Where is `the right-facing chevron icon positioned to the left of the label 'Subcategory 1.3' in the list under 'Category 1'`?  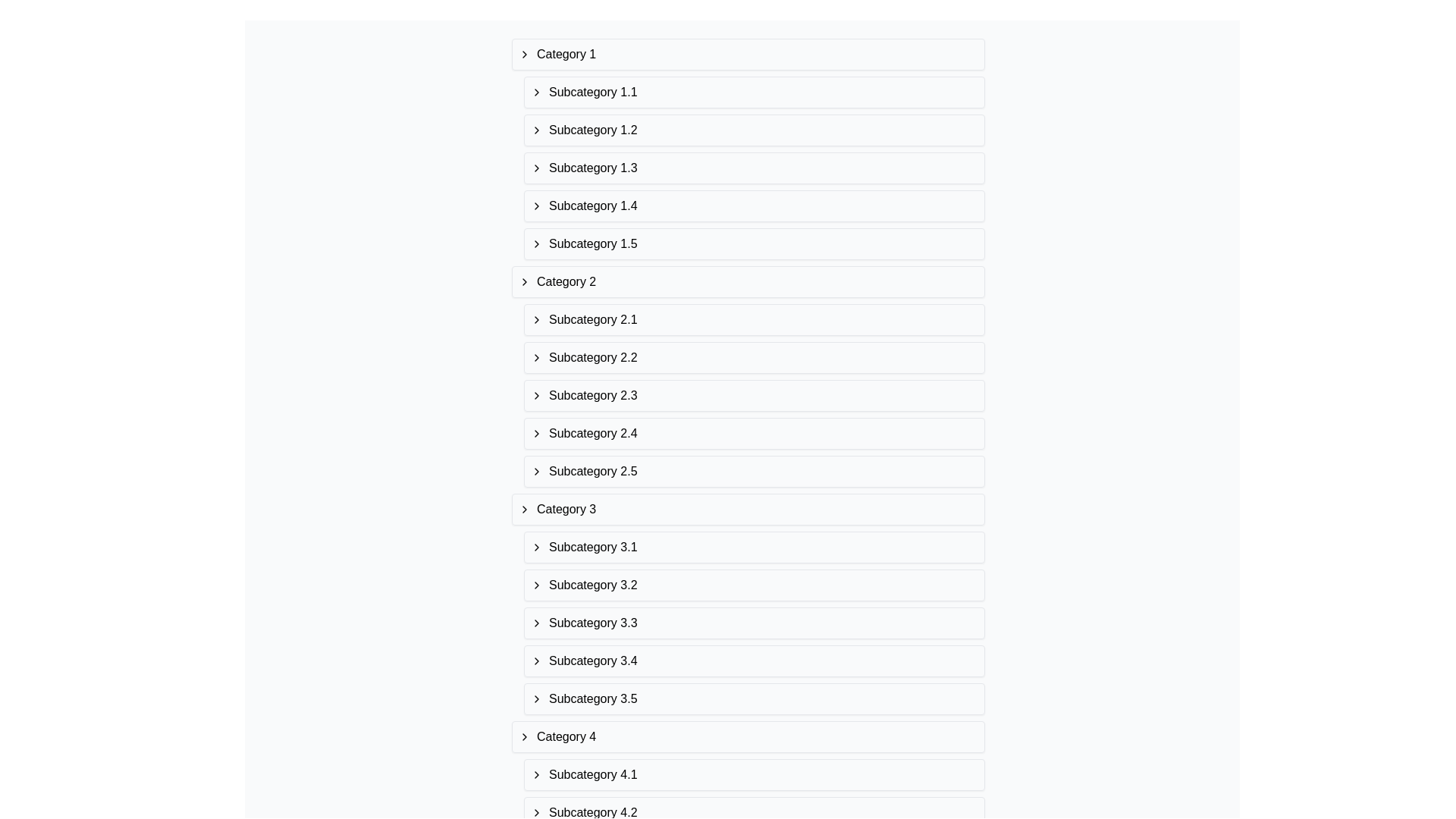
the right-facing chevron icon positioned to the left of the label 'Subcategory 1.3' in the list under 'Category 1' is located at coordinates (537, 168).